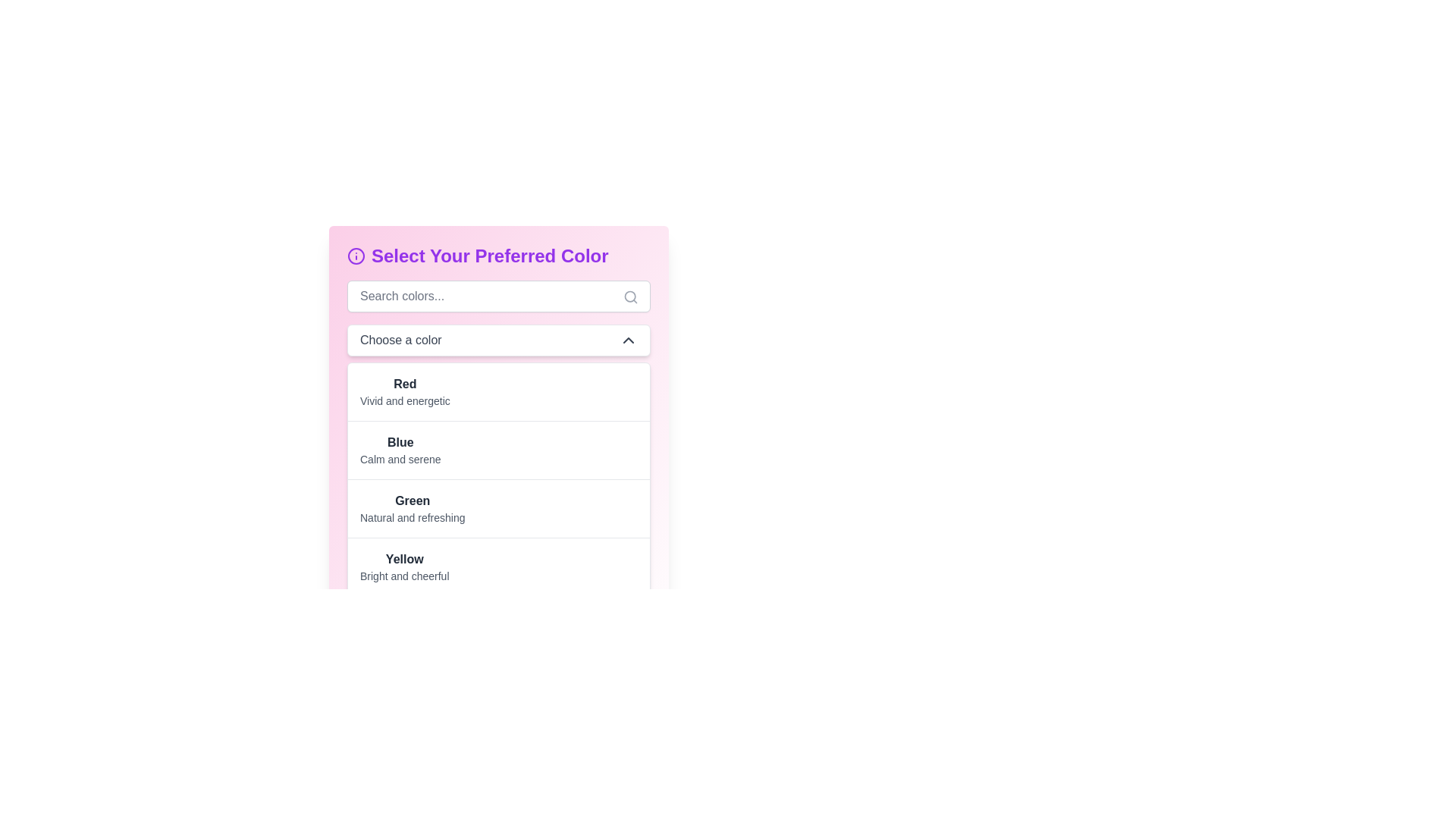 This screenshot has height=819, width=1456. I want to click on the text label that reads 'Yellow' in bold, dark gray text, which describes a color option and is located beneath the 'Green' color description, so click(404, 567).